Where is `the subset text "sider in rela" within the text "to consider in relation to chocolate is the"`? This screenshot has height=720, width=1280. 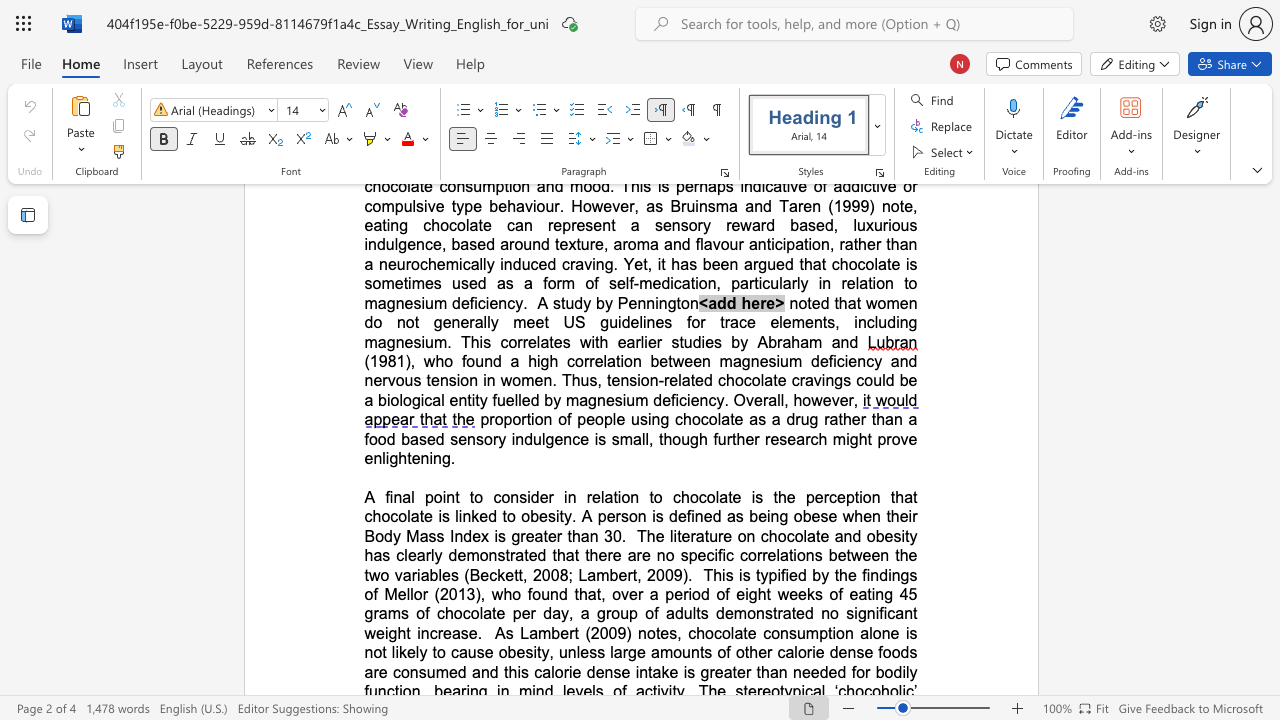 the subset text "sider in rela" within the text "to consider in relation to chocolate is the" is located at coordinates (519, 496).